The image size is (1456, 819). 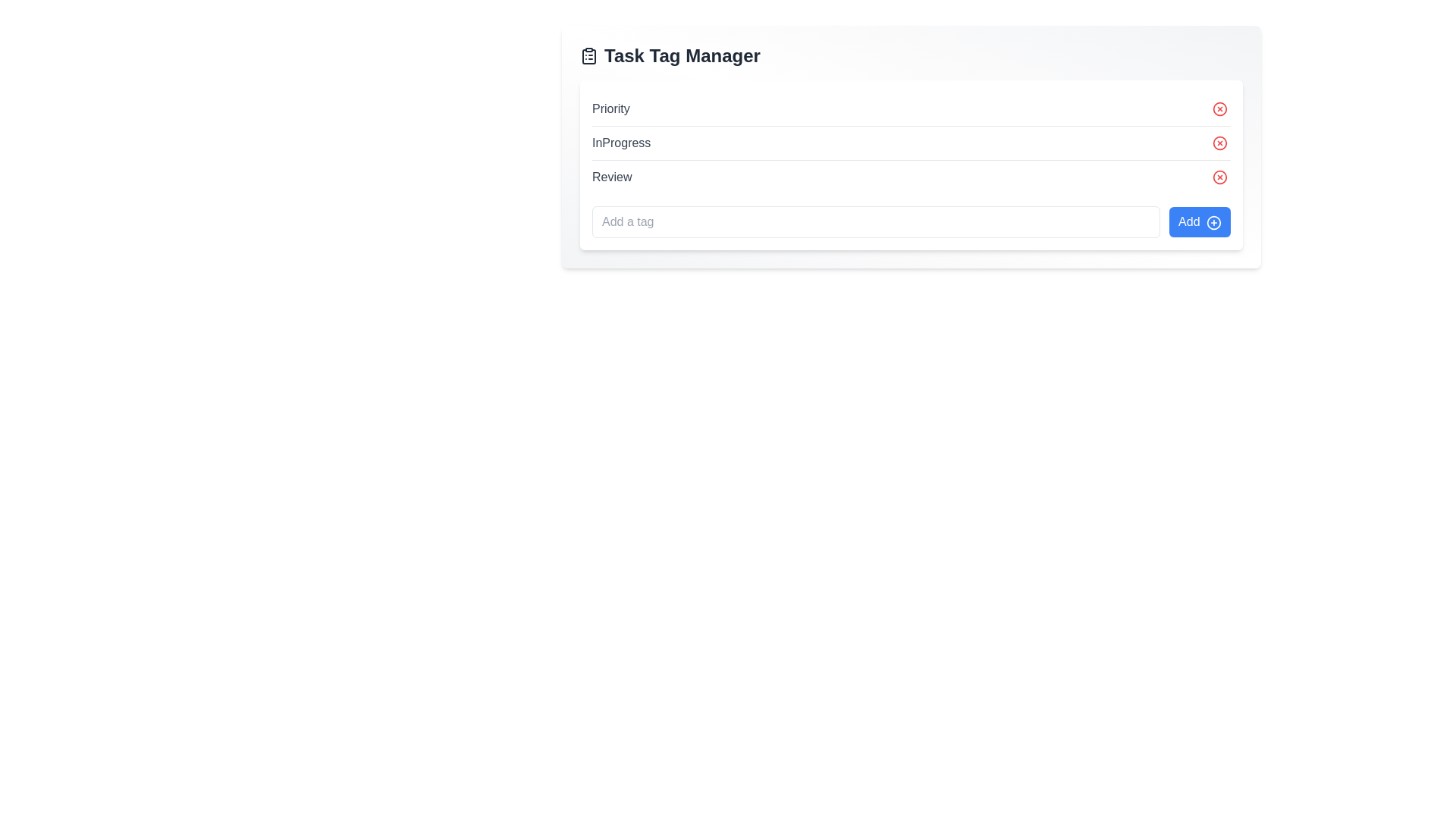 What do you see at coordinates (1219, 143) in the screenshot?
I see `the second red circular icon with a white 'x' to observe hover effects, located to the far right of the 'InProgress' label in the 'Task Tag Manager' section` at bounding box center [1219, 143].